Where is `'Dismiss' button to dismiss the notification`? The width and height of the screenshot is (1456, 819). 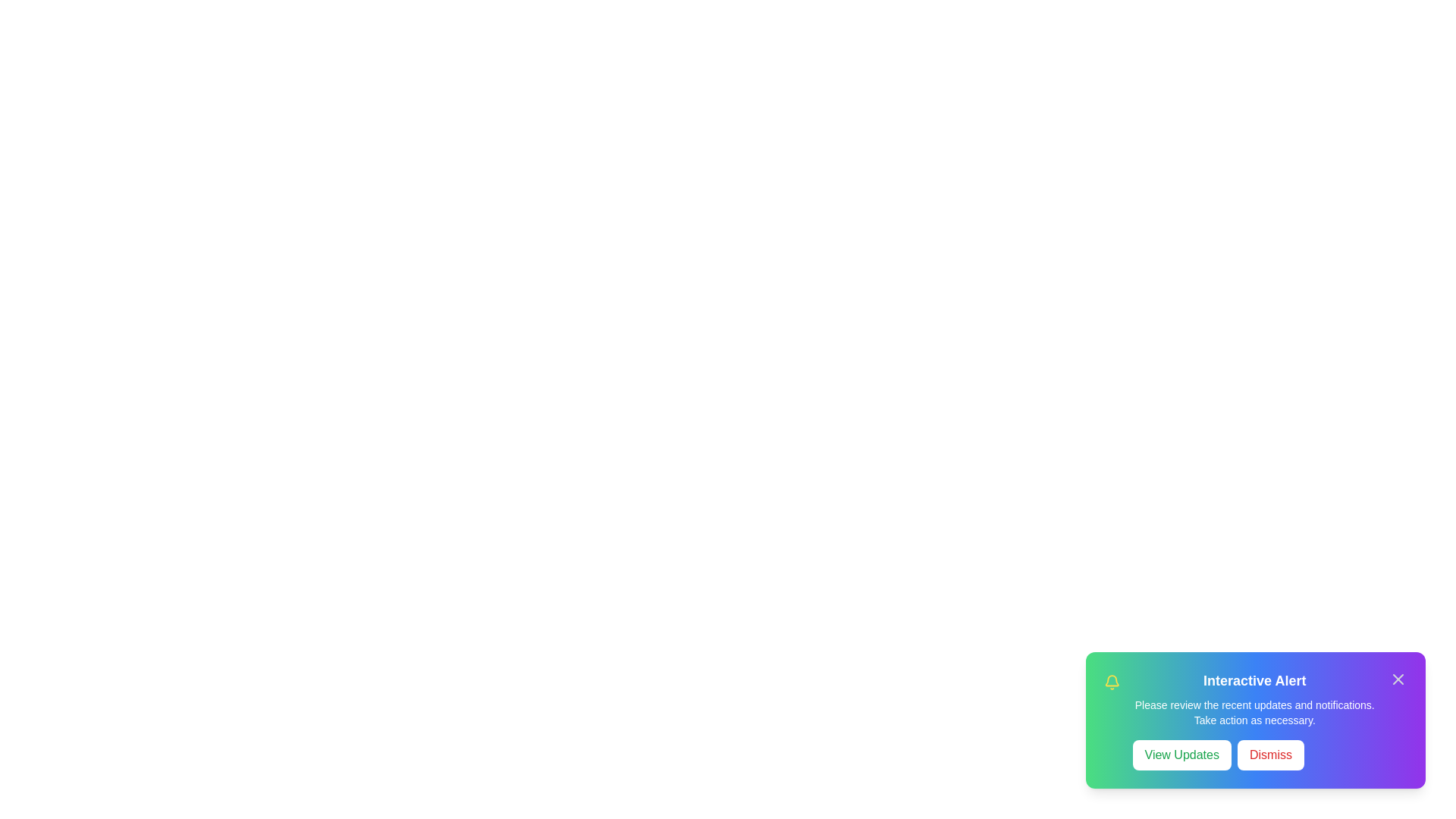 'Dismiss' button to dismiss the notification is located at coordinates (1270, 755).